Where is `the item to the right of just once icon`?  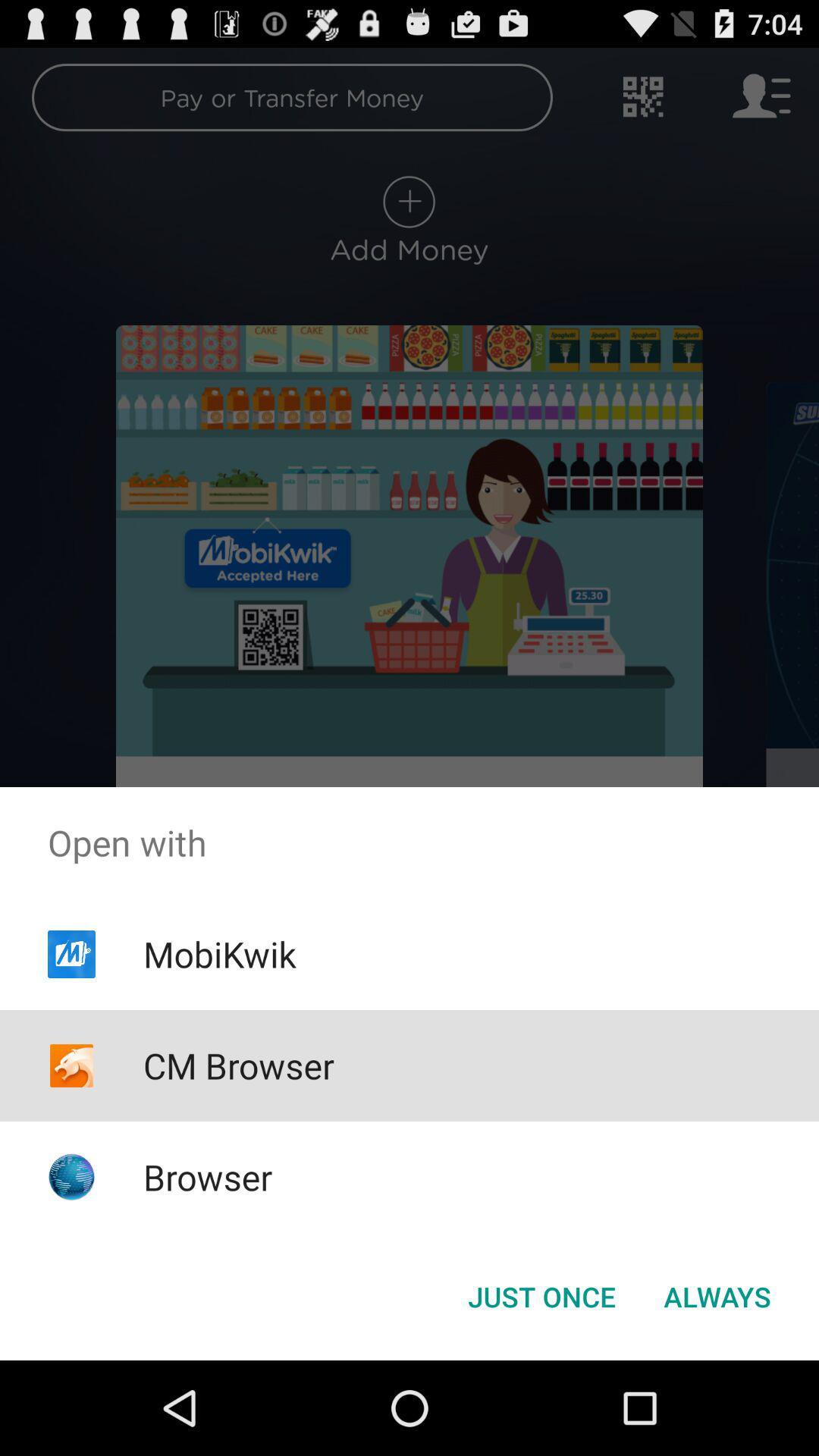 the item to the right of just once icon is located at coordinates (717, 1295).